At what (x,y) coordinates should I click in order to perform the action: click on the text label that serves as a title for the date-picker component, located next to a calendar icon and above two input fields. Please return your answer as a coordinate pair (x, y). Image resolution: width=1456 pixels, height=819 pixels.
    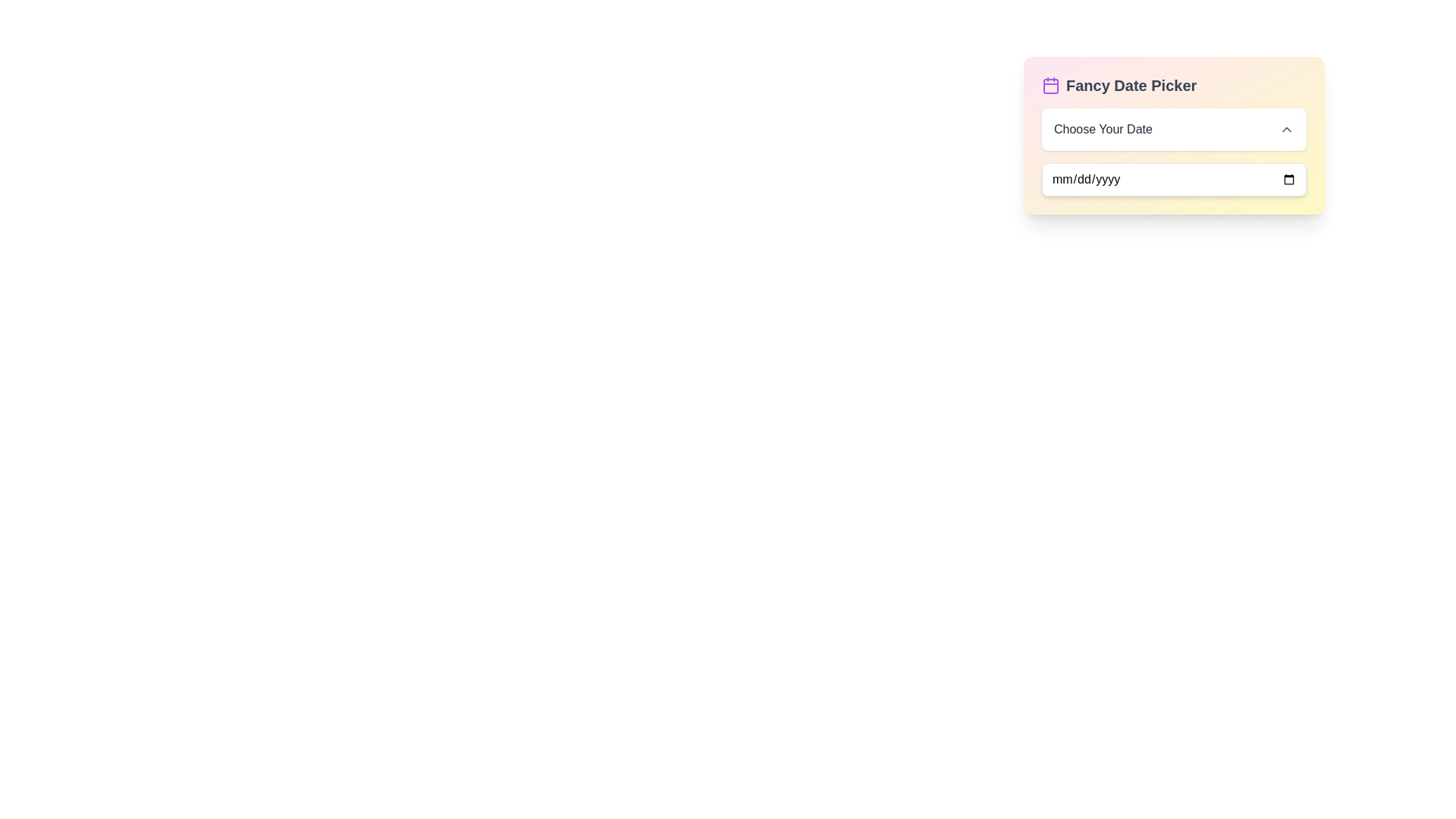
    Looking at the image, I should click on (1131, 85).